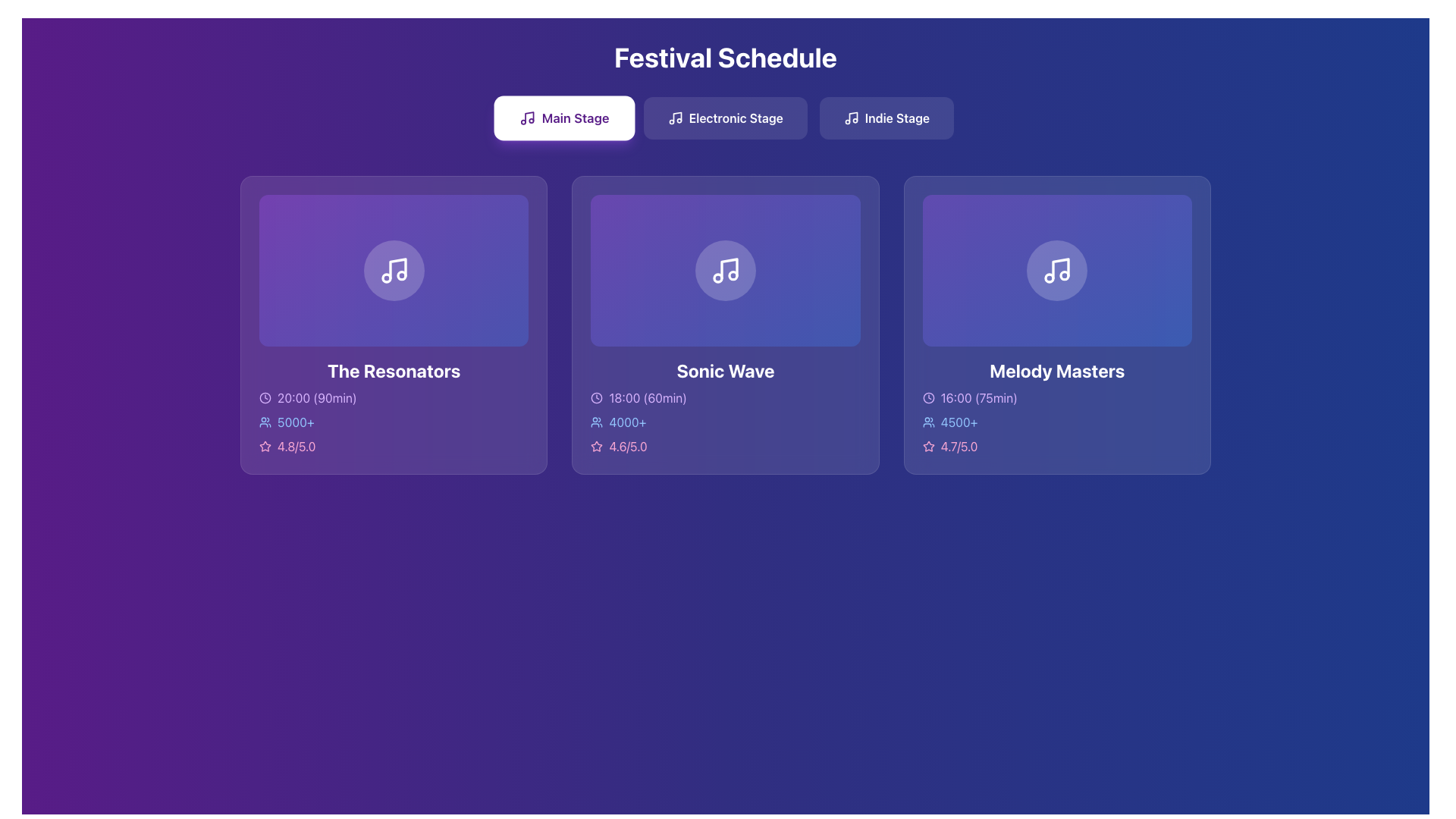  I want to click on the 'Electronic Stage' button, which contains a music note icon, located in the 'Festival Schedule' section, so click(674, 117).